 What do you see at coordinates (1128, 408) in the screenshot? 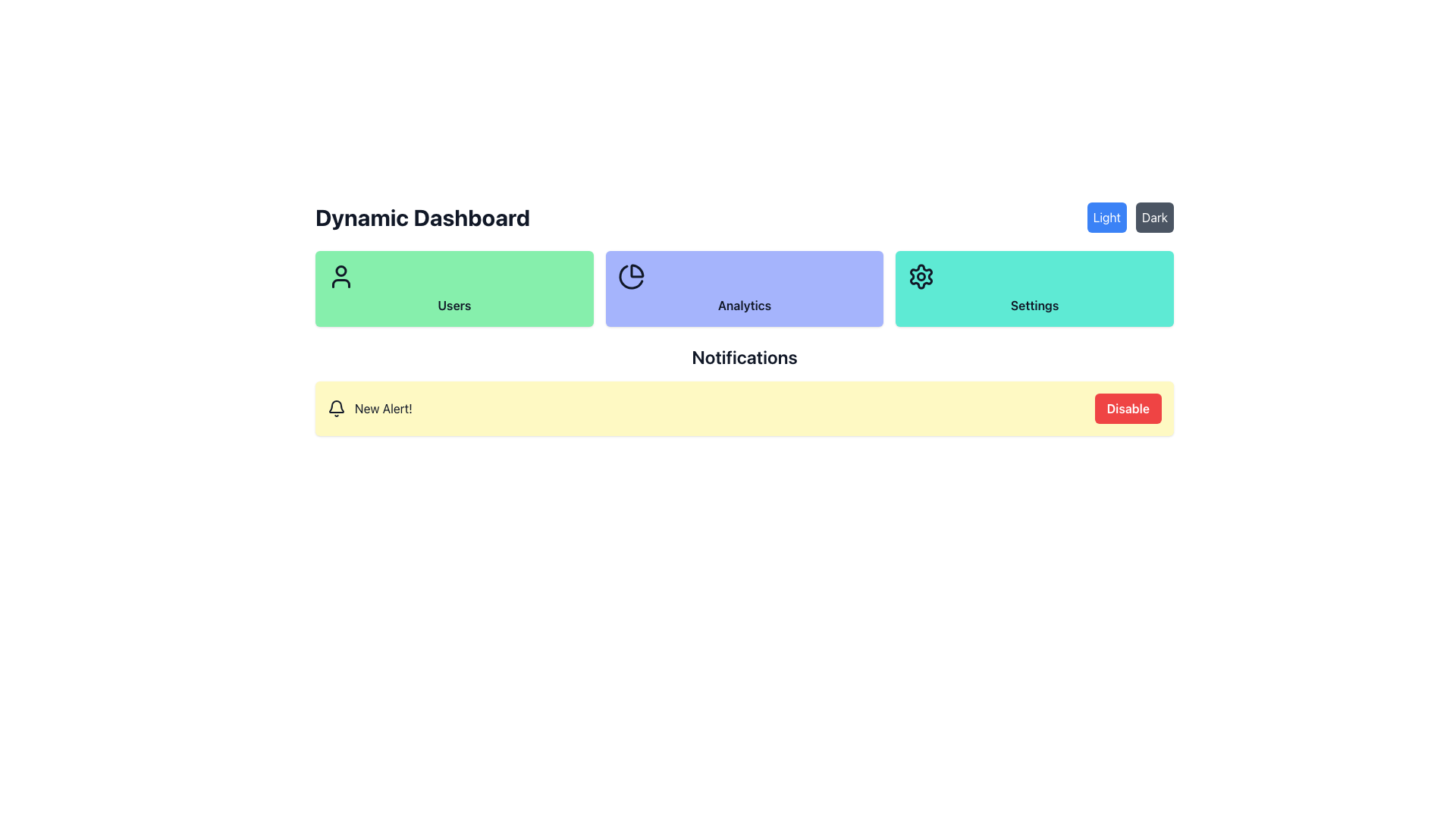
I see `the 'Disable' button, which is a prominent red button with white text, located on the far-right of the alert notification bar with a pale-yellow background` at bounding box center [1128, 408].